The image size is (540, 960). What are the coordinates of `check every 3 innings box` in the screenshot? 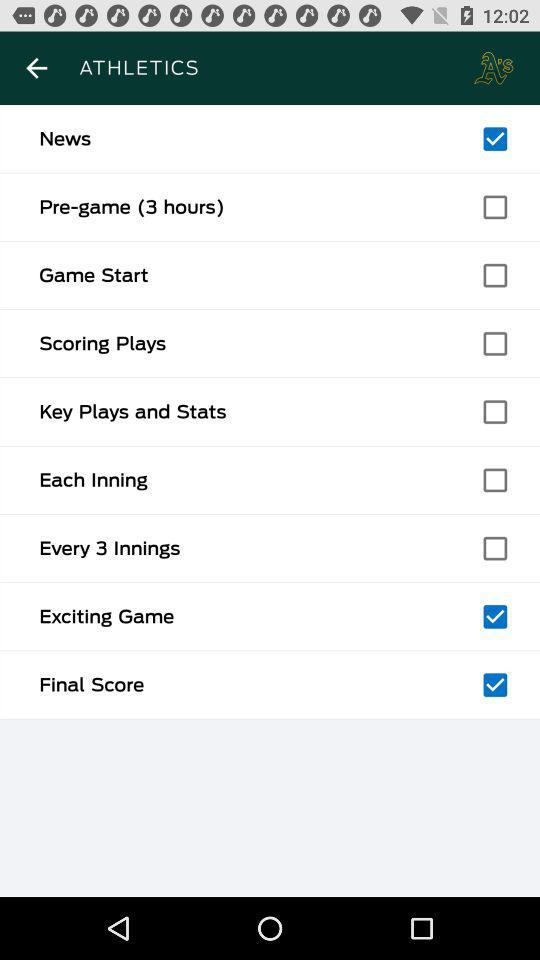 It's located at (494, 548).